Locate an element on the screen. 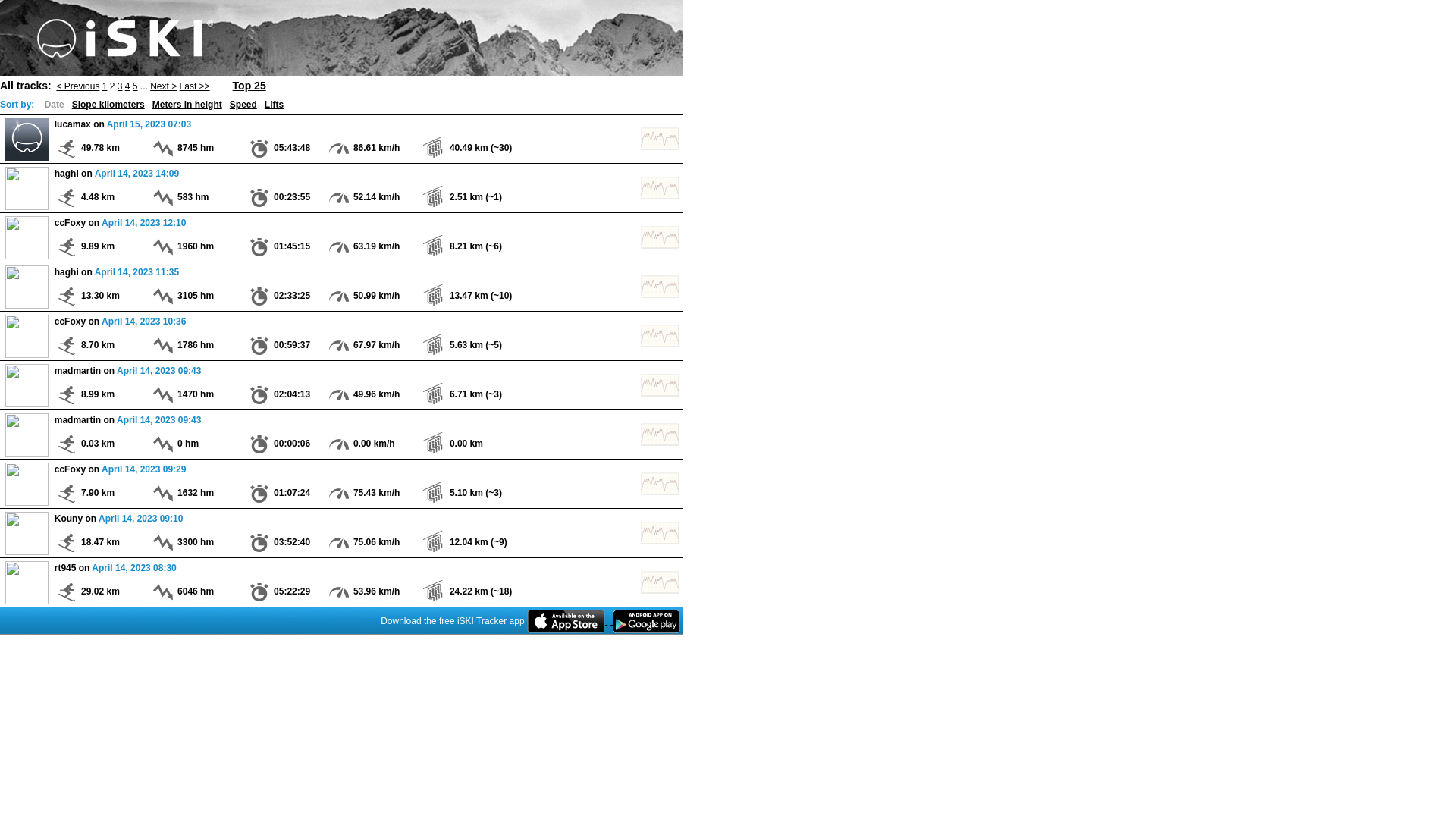 The height and width of the screenshot is (819, 1456). 'Slope kilometers' is located at coordinates (71, 103).